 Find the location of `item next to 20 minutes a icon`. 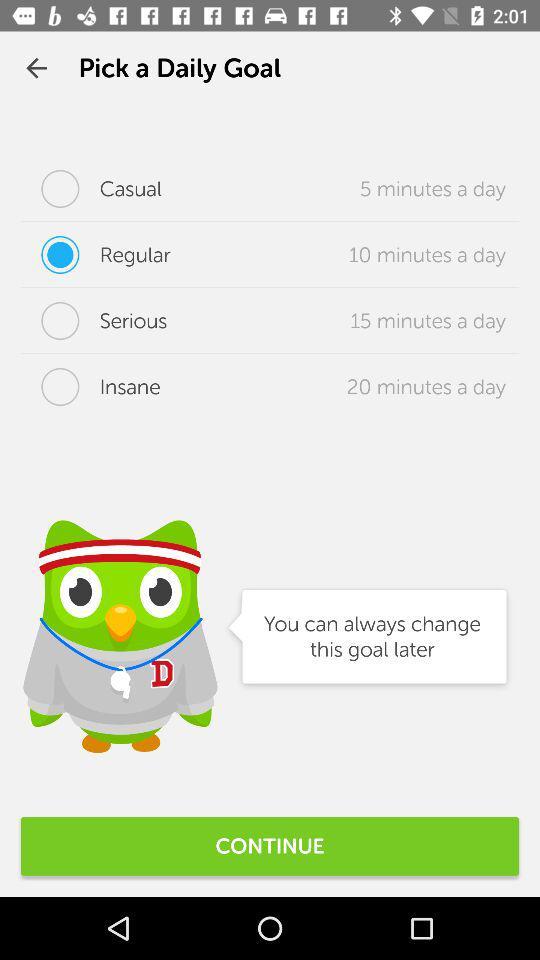

item next to 20 minutes a icon is located at coordinates (89, 385).